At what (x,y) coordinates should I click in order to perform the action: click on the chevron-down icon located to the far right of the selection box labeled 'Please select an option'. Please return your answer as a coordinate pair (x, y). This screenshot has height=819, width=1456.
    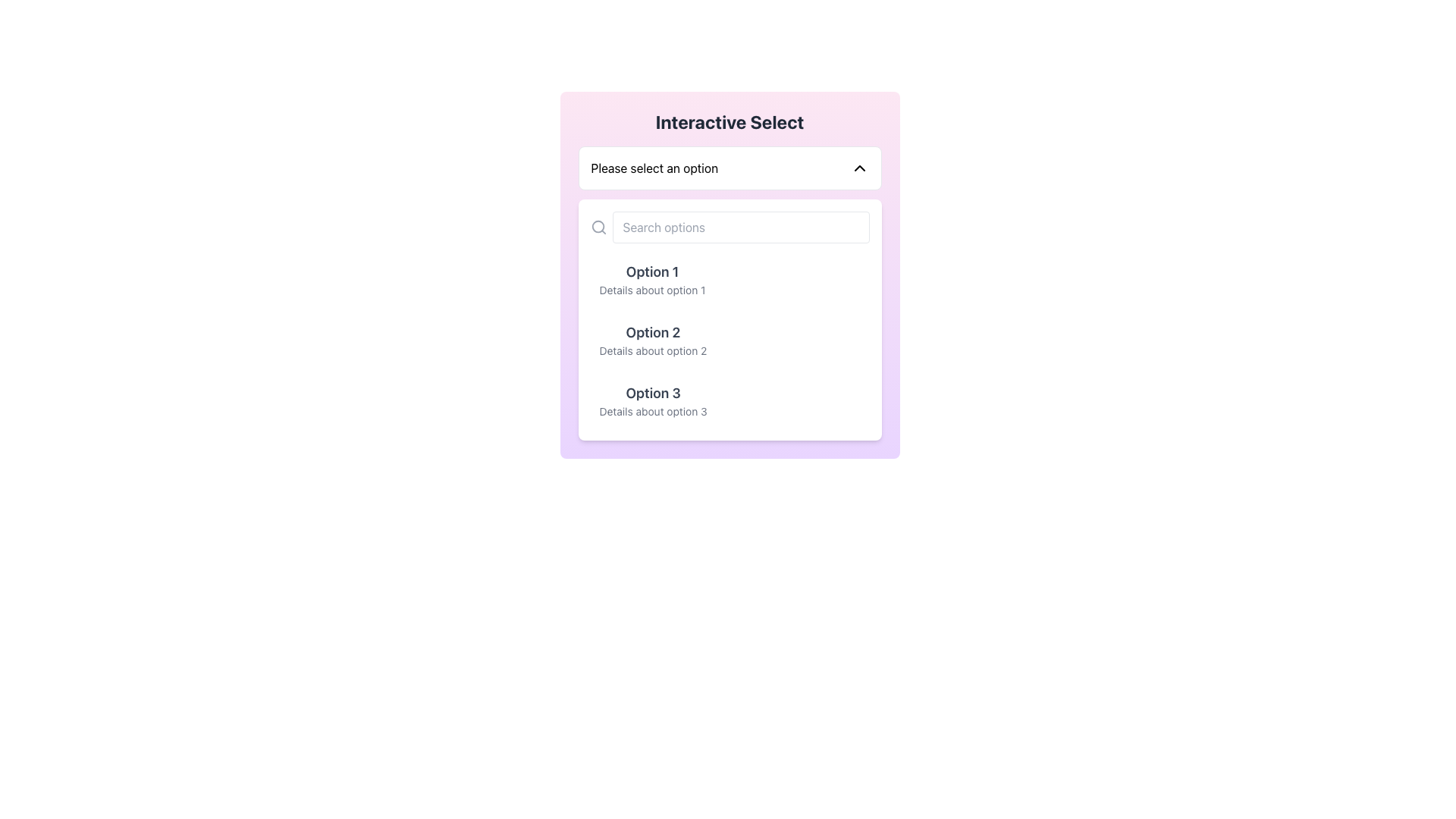
    Looking at the image, I should click on (859, 168).